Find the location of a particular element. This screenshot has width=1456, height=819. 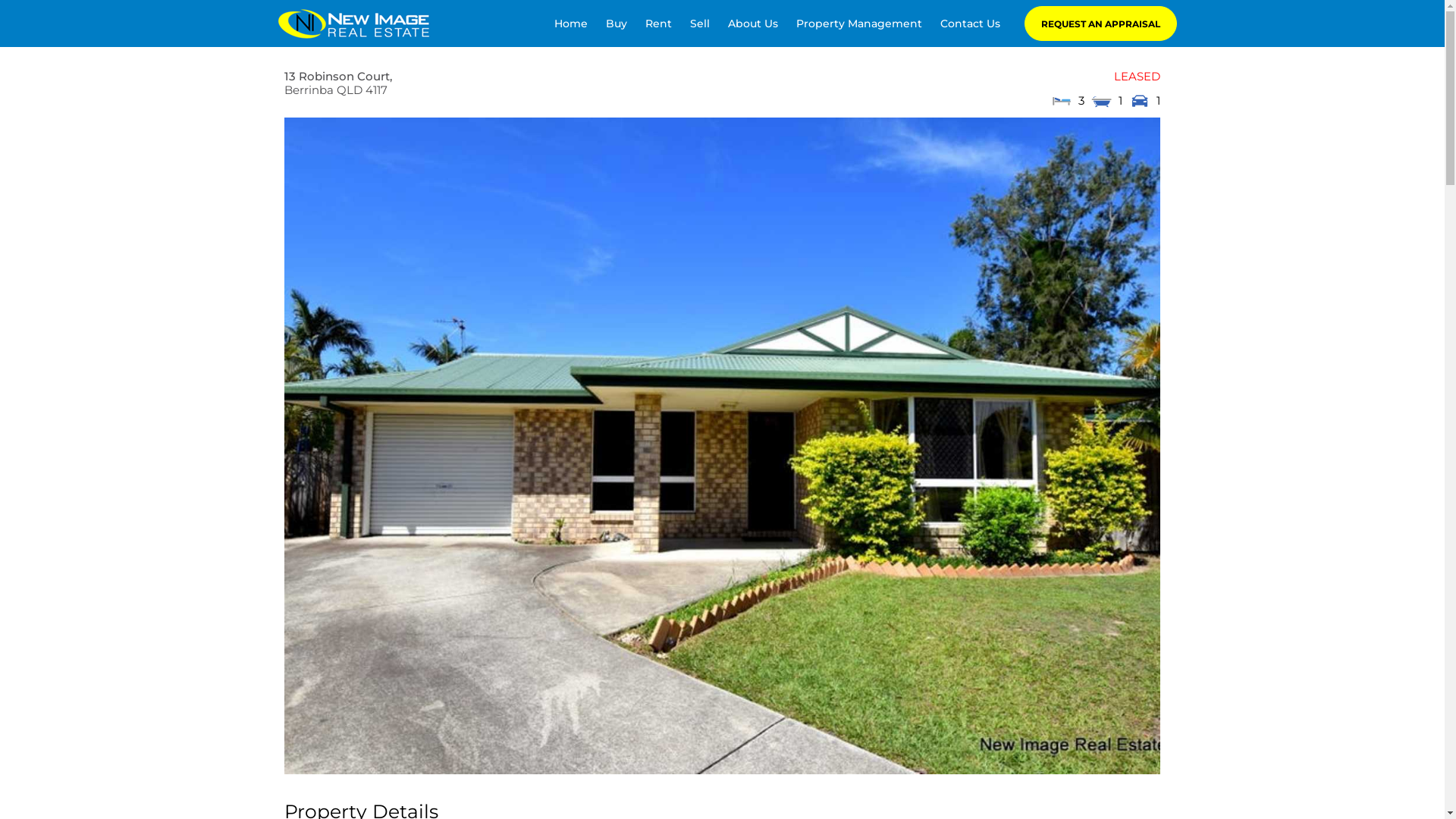

'About Us' is located at coordinates (728, 23).